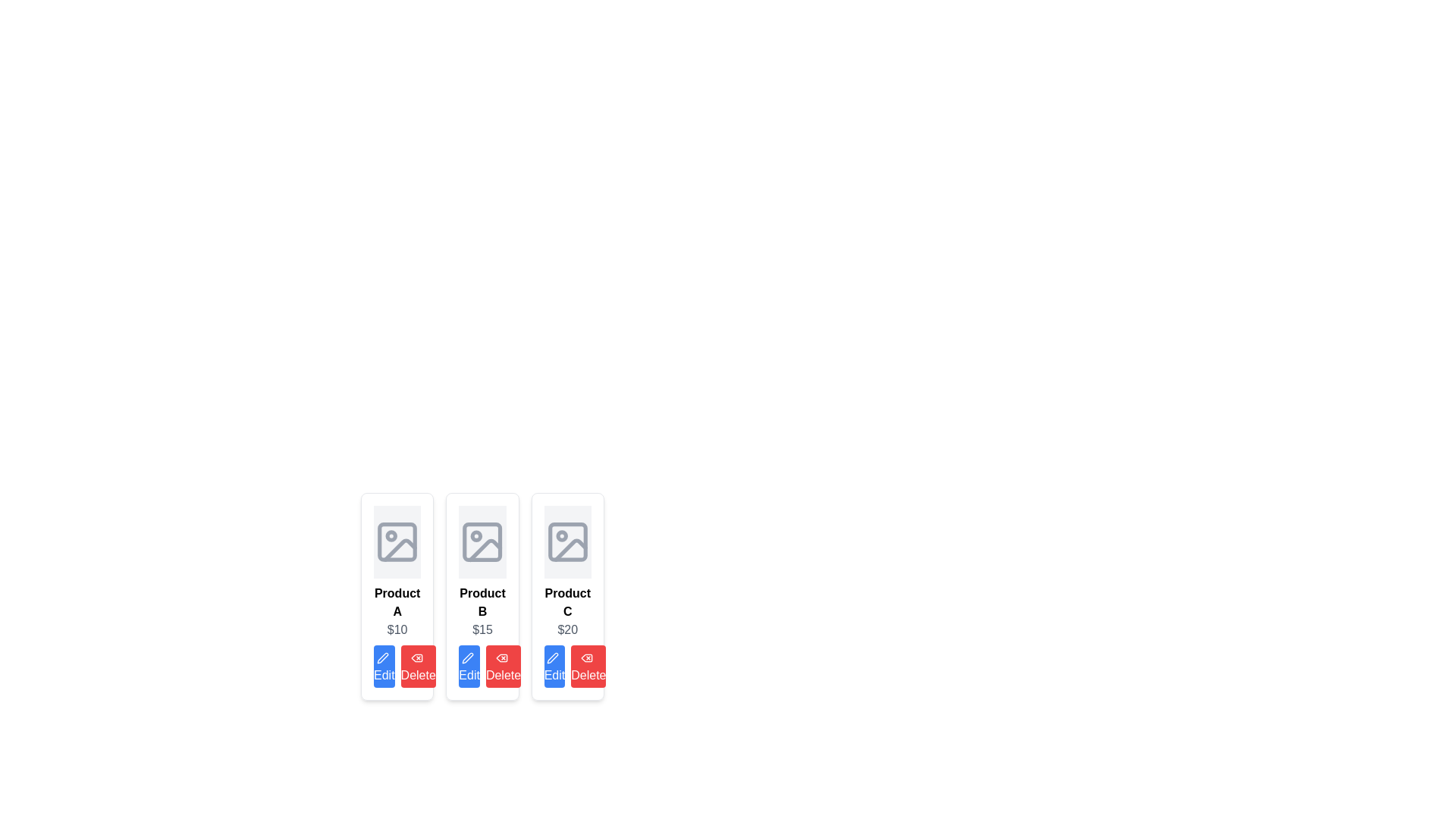 The width and height of the screenshot is (1456, 819). I want to click on the delete icon for 'Product A', which is the second action button located at the bottom of the product card, so click(586, 657).